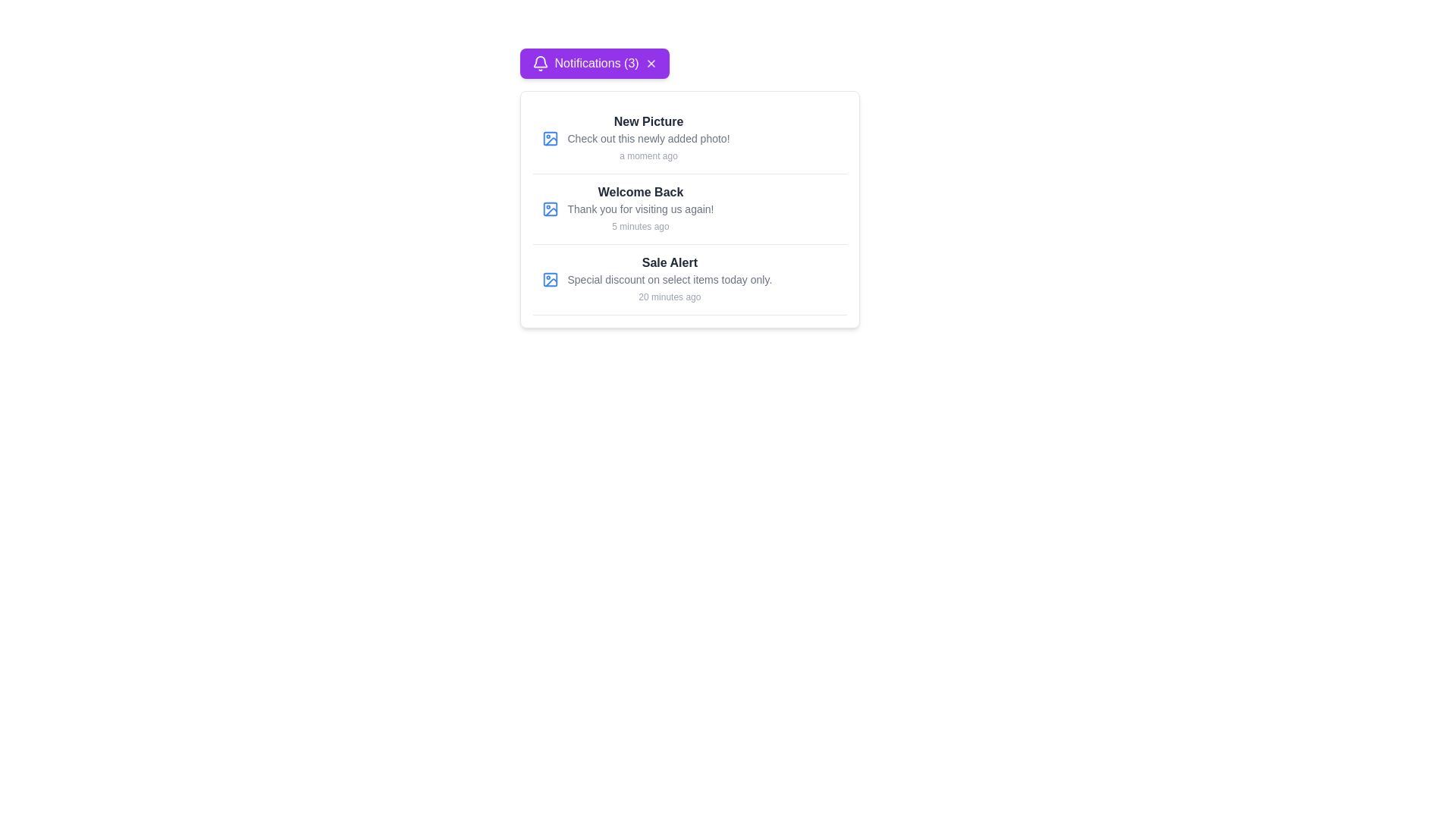  I want to click on the welcoming title of the notification located in the notification panel under 'Notifications (3)', which is part of the second item in the list panel, so click(640, 192).